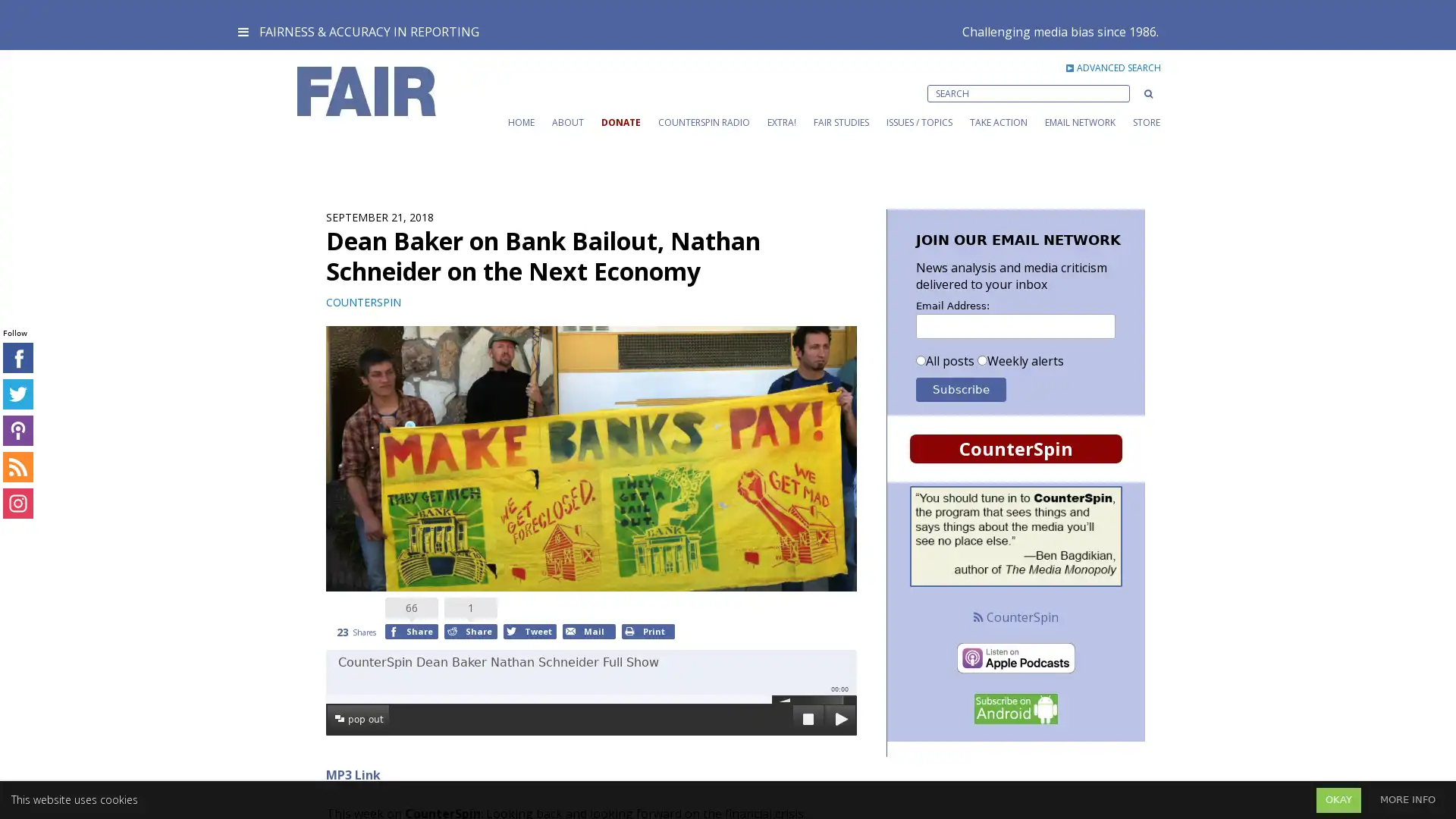 The width and height of the screenshot is (1456, 819). Describe the element at coordinates (588, 607) in the screenshot. I see `Mail to Email This` at that location.